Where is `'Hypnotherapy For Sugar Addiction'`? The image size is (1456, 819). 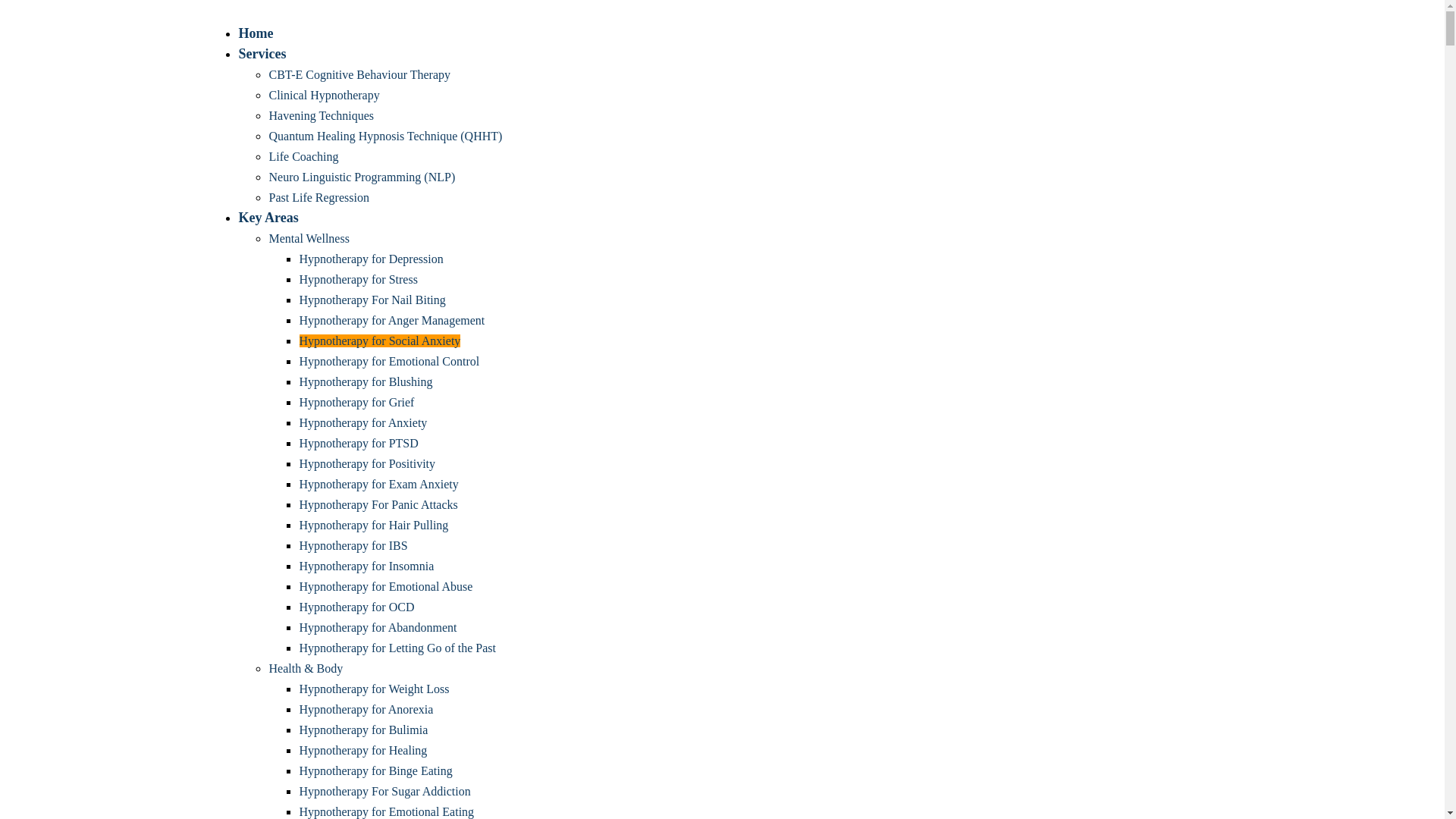
'Hypnotherapy For Sugar Addiction' is located at coordinates (384, 790).